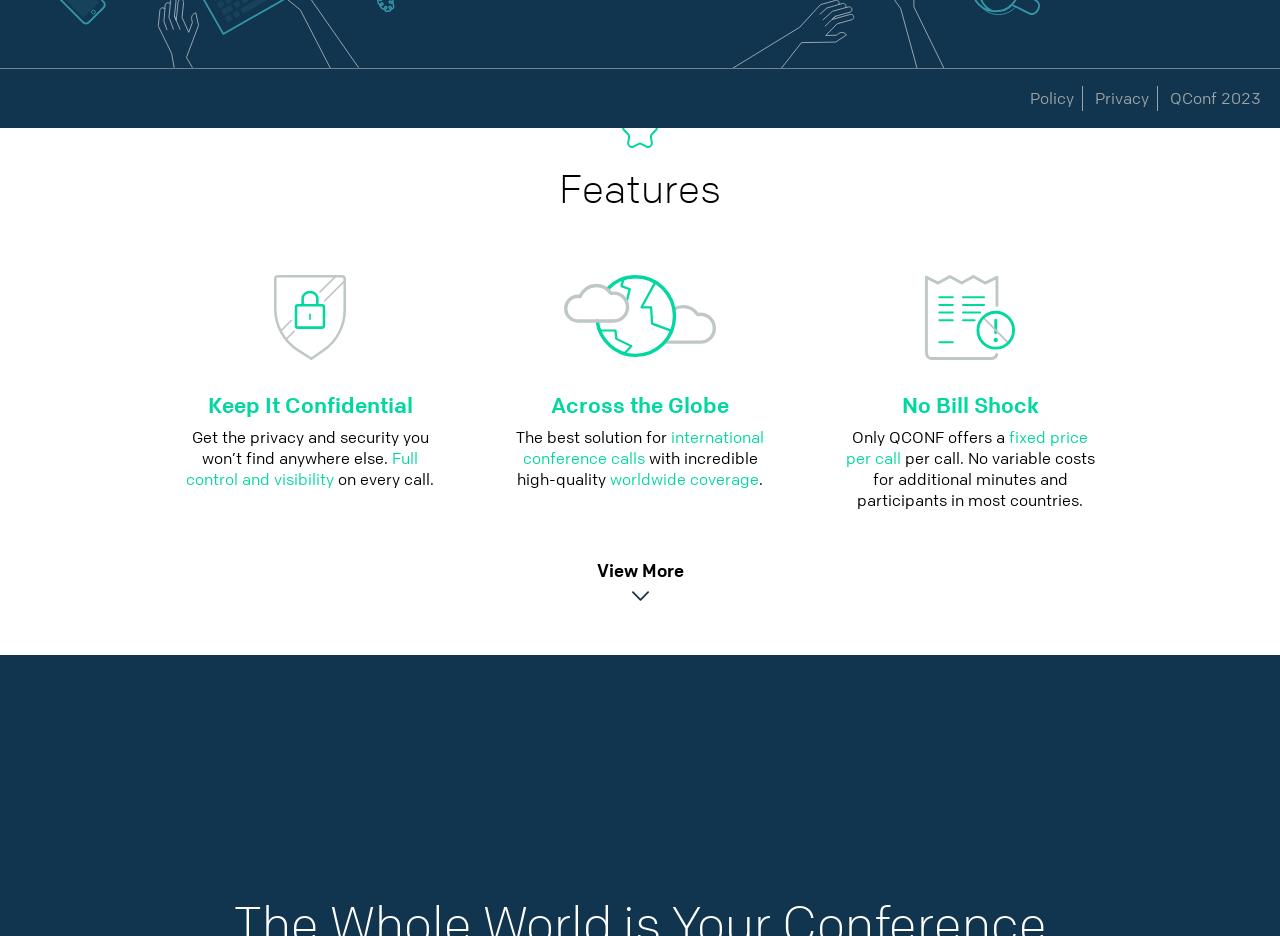 The width and height of the screenshot is (1280, 936). Describe the element at coordinates (524, 97) in the screenshot. I see `'Countries'` at that location.